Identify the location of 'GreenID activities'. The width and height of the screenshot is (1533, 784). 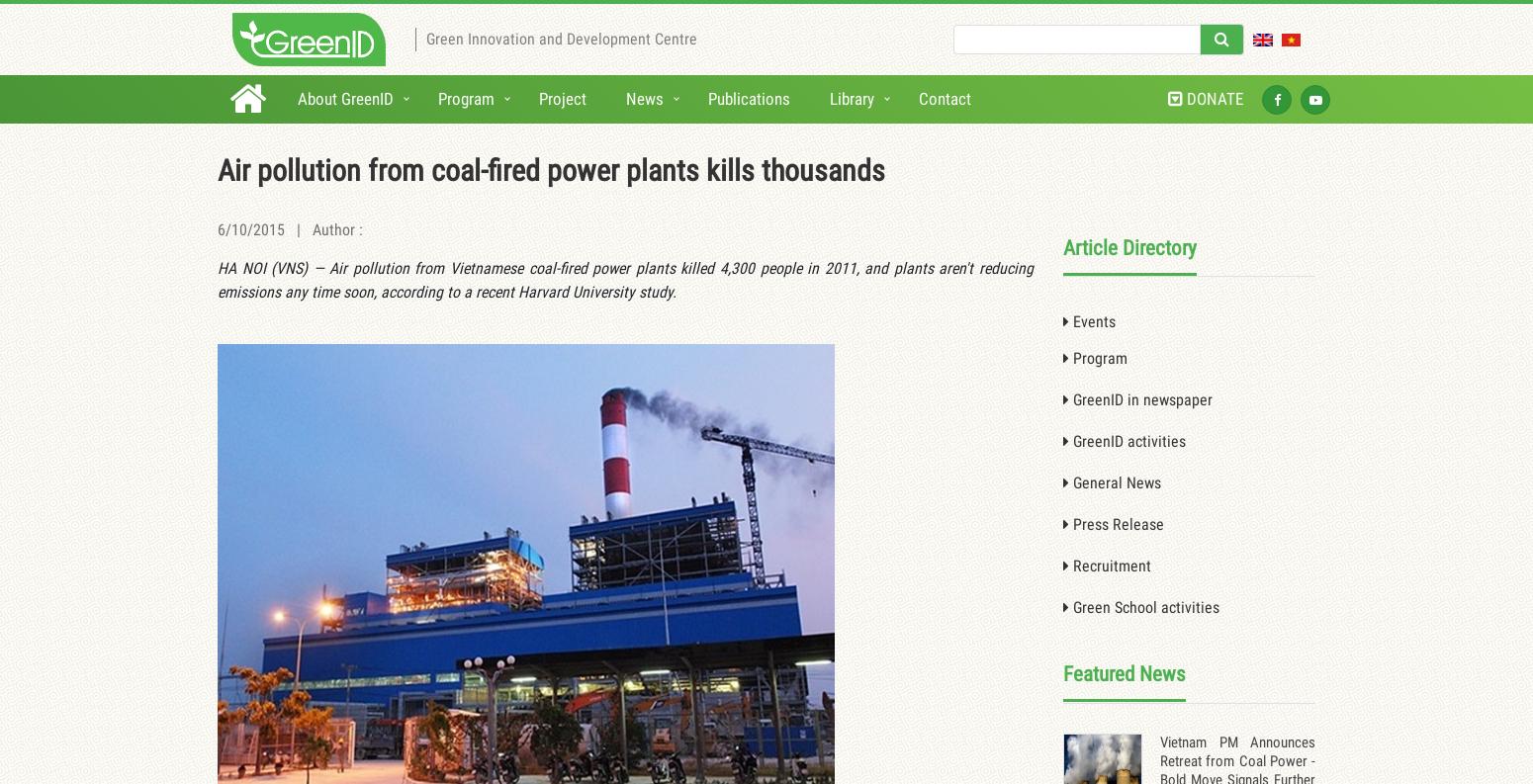
(1127, 440).